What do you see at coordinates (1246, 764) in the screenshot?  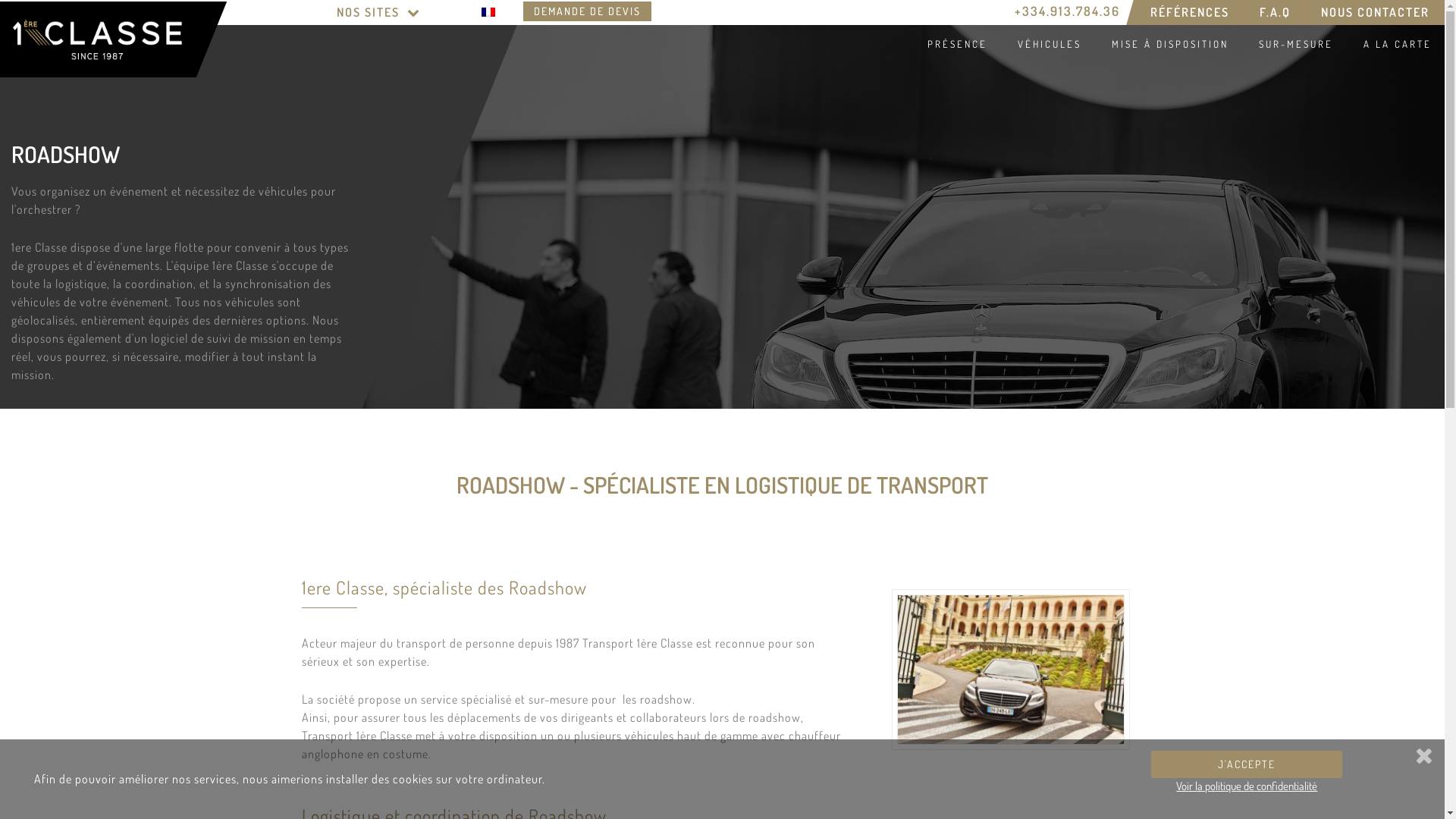 I see `'J'ACCEPTE'` at bounding box center [1246, 764].